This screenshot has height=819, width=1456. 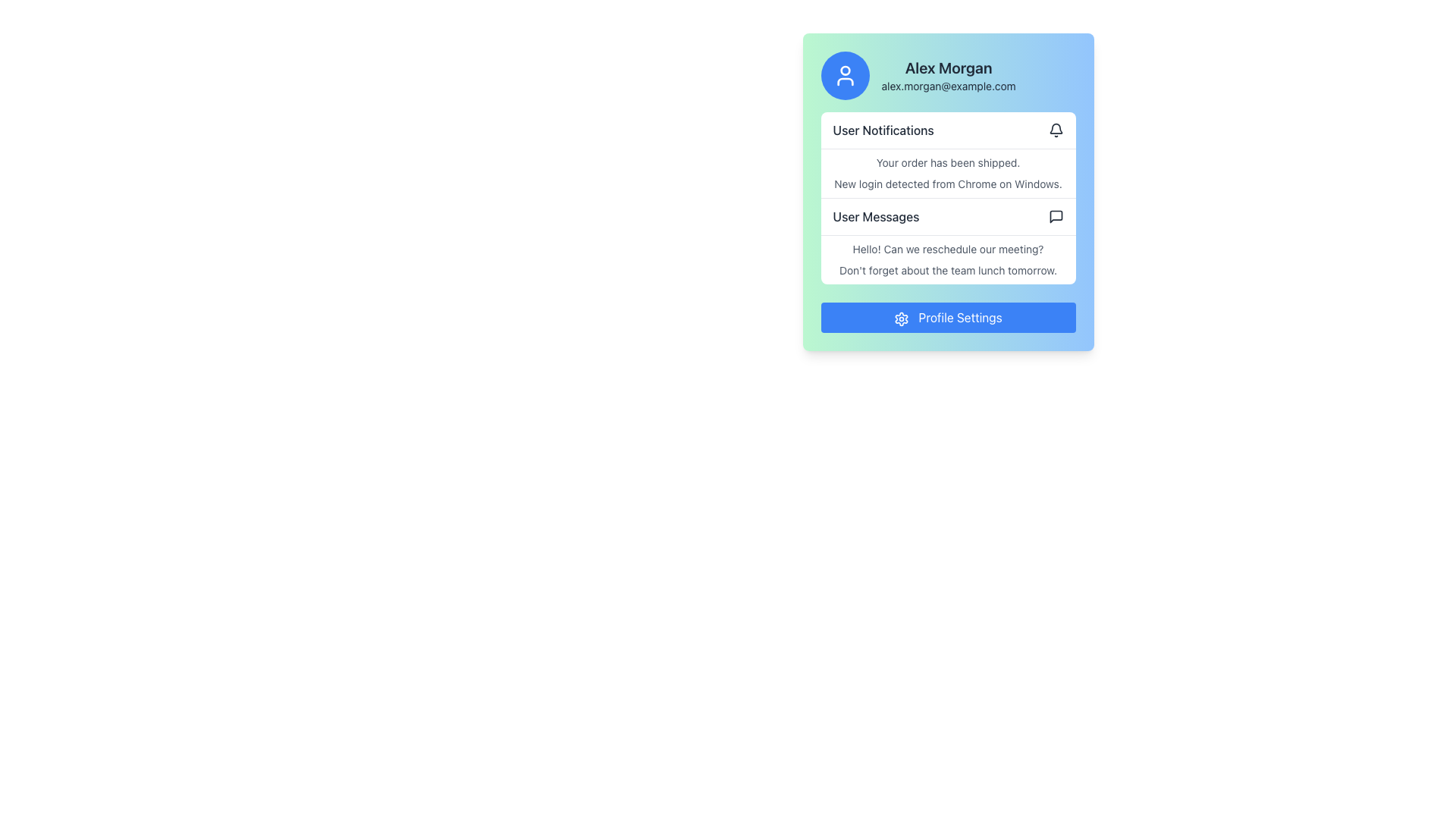 I want to click on the settings cogwheel icon located at the top right of the panel, next to the 'User Notifications' heading, so click(x=902, y=318).